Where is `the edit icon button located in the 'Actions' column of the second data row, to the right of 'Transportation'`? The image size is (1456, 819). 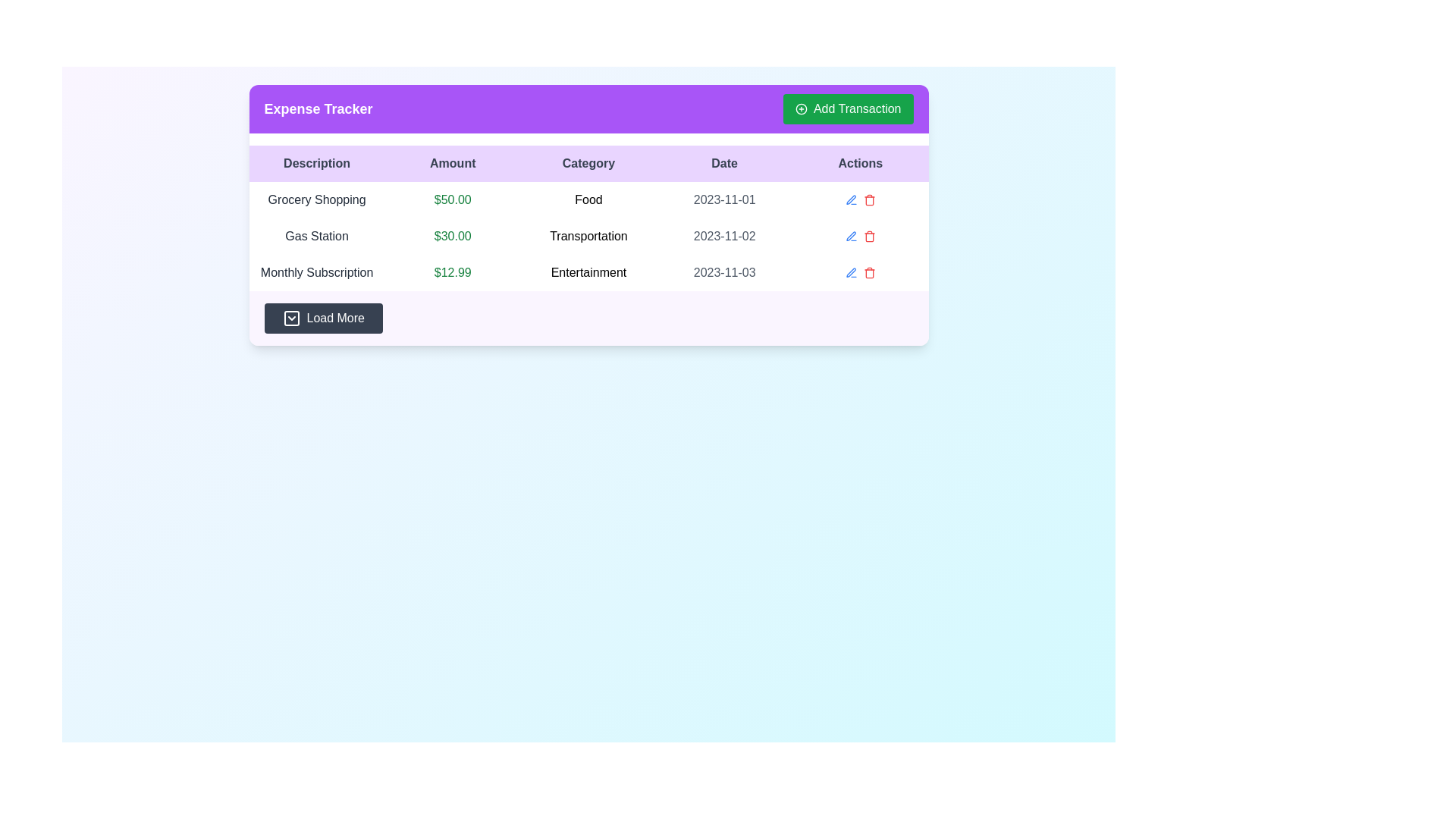 the edit icon button located in the 'Actions' column of the second data row, to the right of 'Transportation' is located at coordinates (851, 199).